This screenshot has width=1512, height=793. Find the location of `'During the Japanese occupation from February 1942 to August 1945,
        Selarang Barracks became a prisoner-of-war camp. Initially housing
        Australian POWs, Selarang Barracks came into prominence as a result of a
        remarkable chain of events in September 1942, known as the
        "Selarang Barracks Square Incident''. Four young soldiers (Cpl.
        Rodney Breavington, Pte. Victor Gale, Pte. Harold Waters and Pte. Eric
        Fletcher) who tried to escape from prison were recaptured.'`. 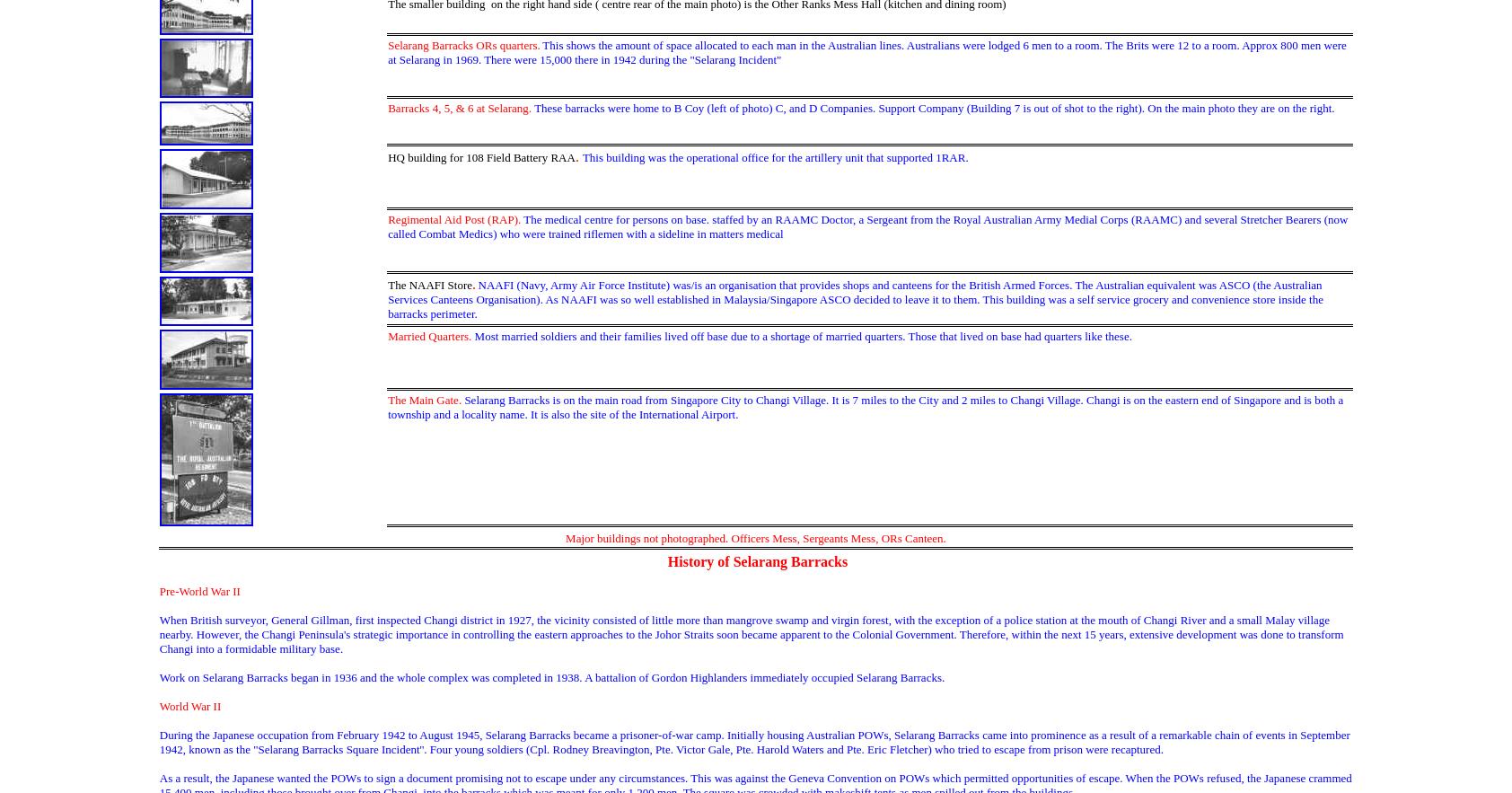

'During the Japanese occupation from February 1942 to August 1945,
        Selarang Barracks became a prisoner-of-war camp. Initially housing
        Australian POWs, Selarang Barracks came into prominence as a result of a
        remarkable chain of events in September 1942, known as the
        "Selarang Barracks Square Incident''. Four young soldiers (Cpl.
        Rodney Breavington, Pte. Victor Gale, Pte. Harold Waters and Pte. Eric
        Fletcher) who tried to escape from prison were recaptured.' is located at coordinates (157, 742).